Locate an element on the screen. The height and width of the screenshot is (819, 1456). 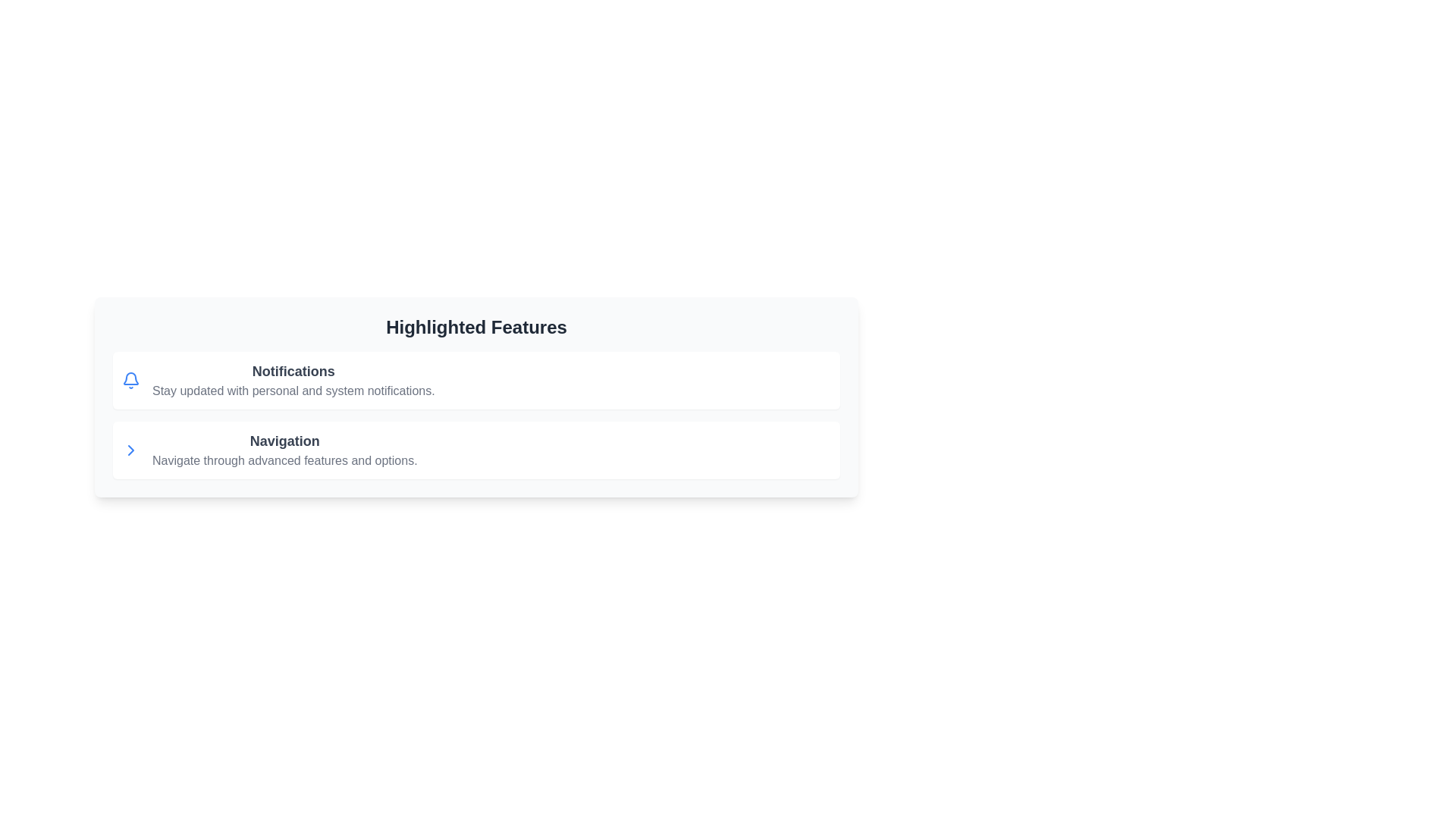
the chevron icon located at the right end of the 'Highlighted Features' card's second row, titled 'Navigation' is located at coordinates (130, 450).